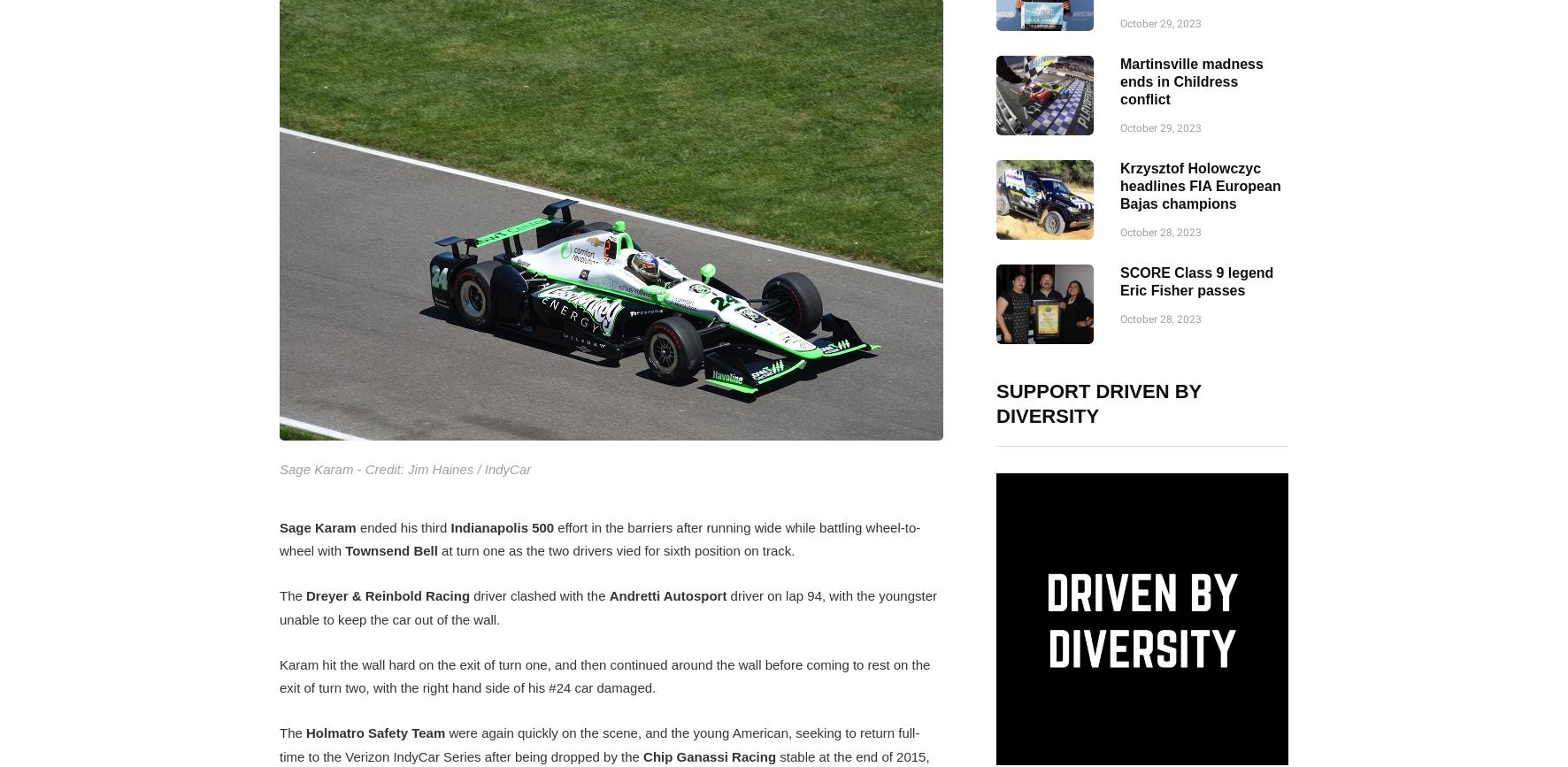 This screenshot has width=1568, height=767. What do you see at coordinates (345, 549) in the screenshot?
I see `'Townsend Bell'` at bounding box center [345, 549].